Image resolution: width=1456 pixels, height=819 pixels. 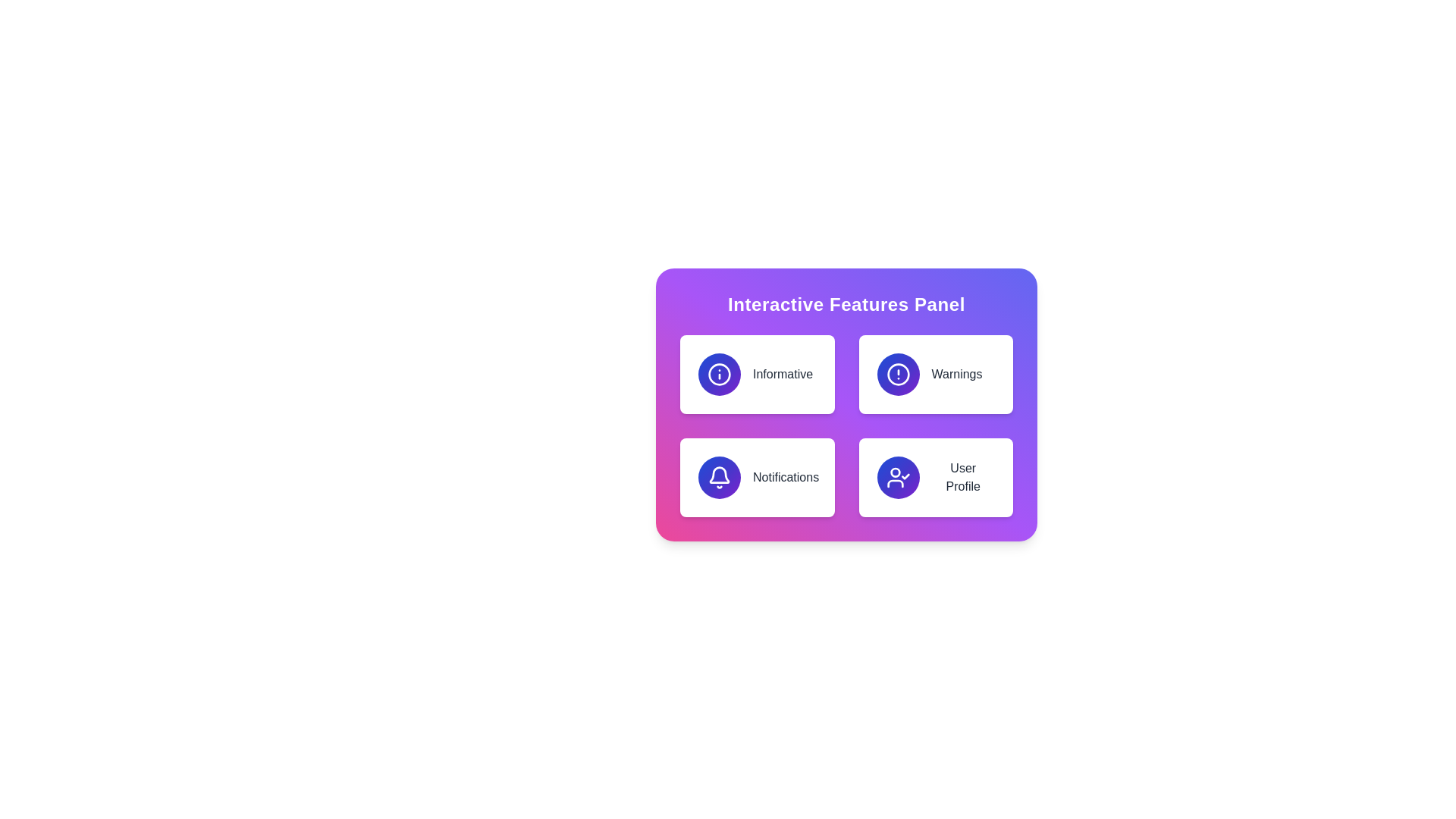 What do you see at coordinates (783, 374) in the screenshot?
I see `the Text Label that provides a descriptive label for the card in the top-left quadrant of the four-card grid` at bounding box center [783, 374].